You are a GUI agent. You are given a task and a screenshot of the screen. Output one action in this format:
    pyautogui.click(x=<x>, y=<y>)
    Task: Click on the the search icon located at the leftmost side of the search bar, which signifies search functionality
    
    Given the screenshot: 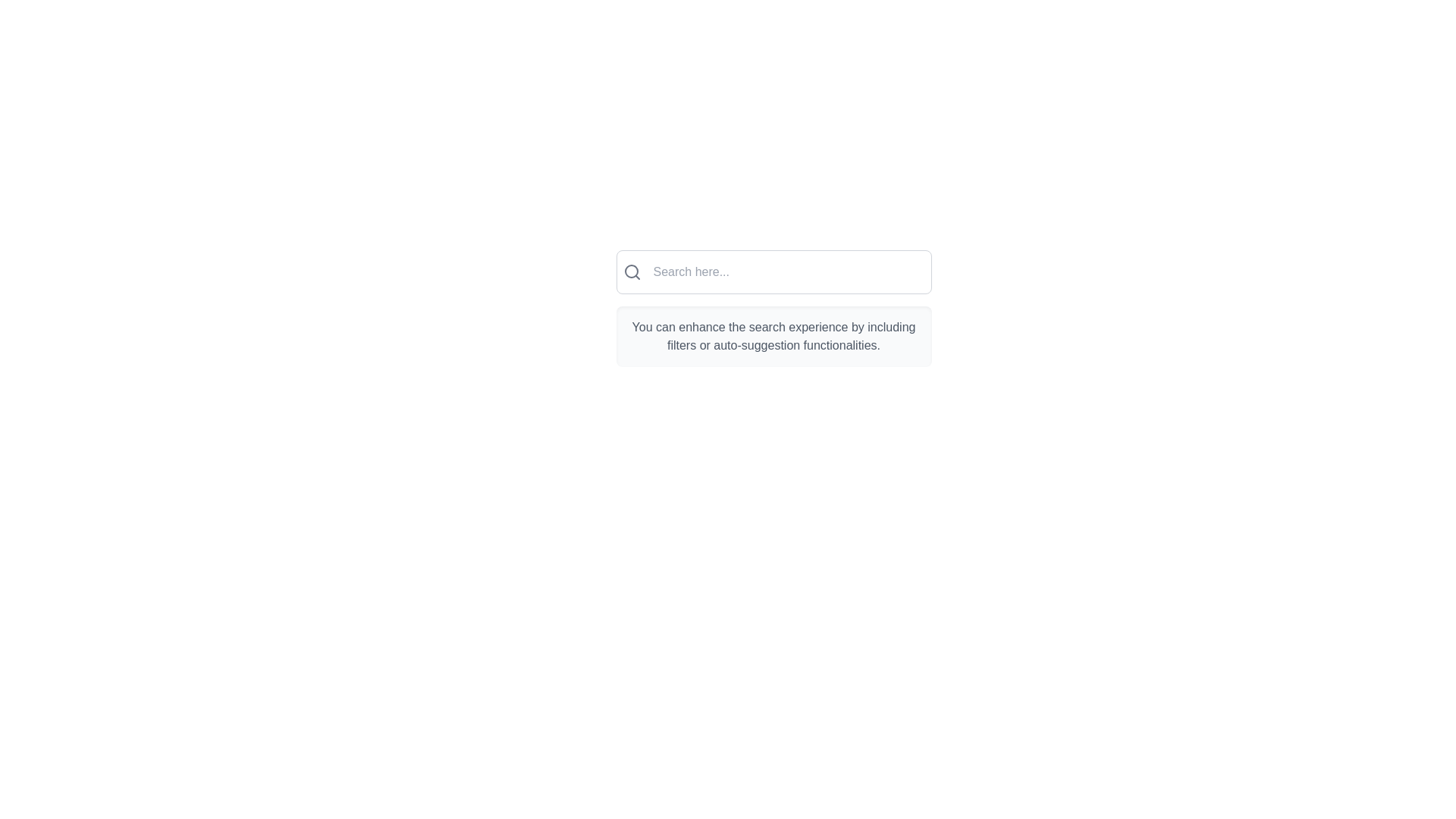 What is the action you would take?
    pyautogui.click(x=632, y=271)
    